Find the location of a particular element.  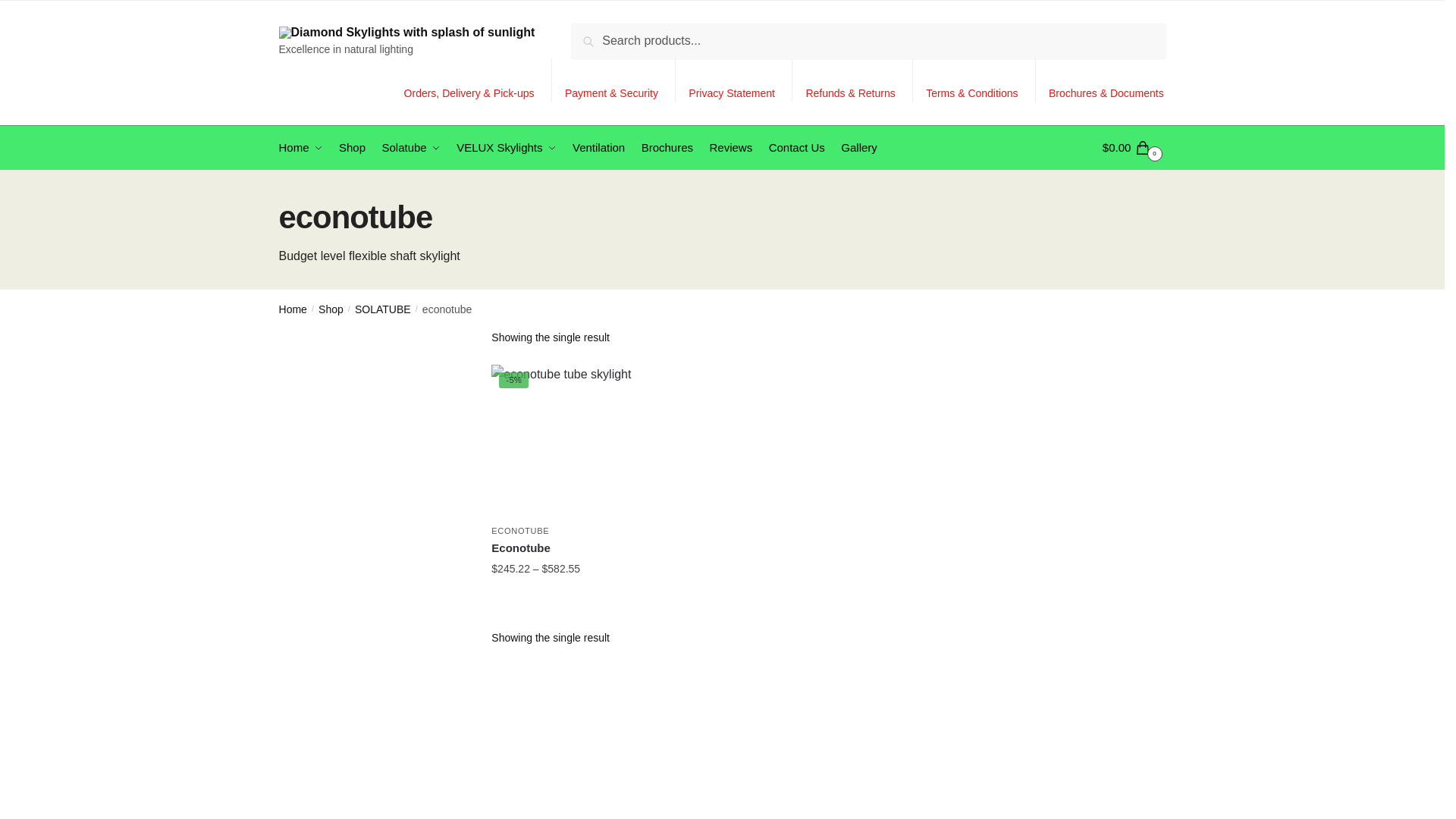

'Terms & Conditions' is located at coordinates (971, 80).